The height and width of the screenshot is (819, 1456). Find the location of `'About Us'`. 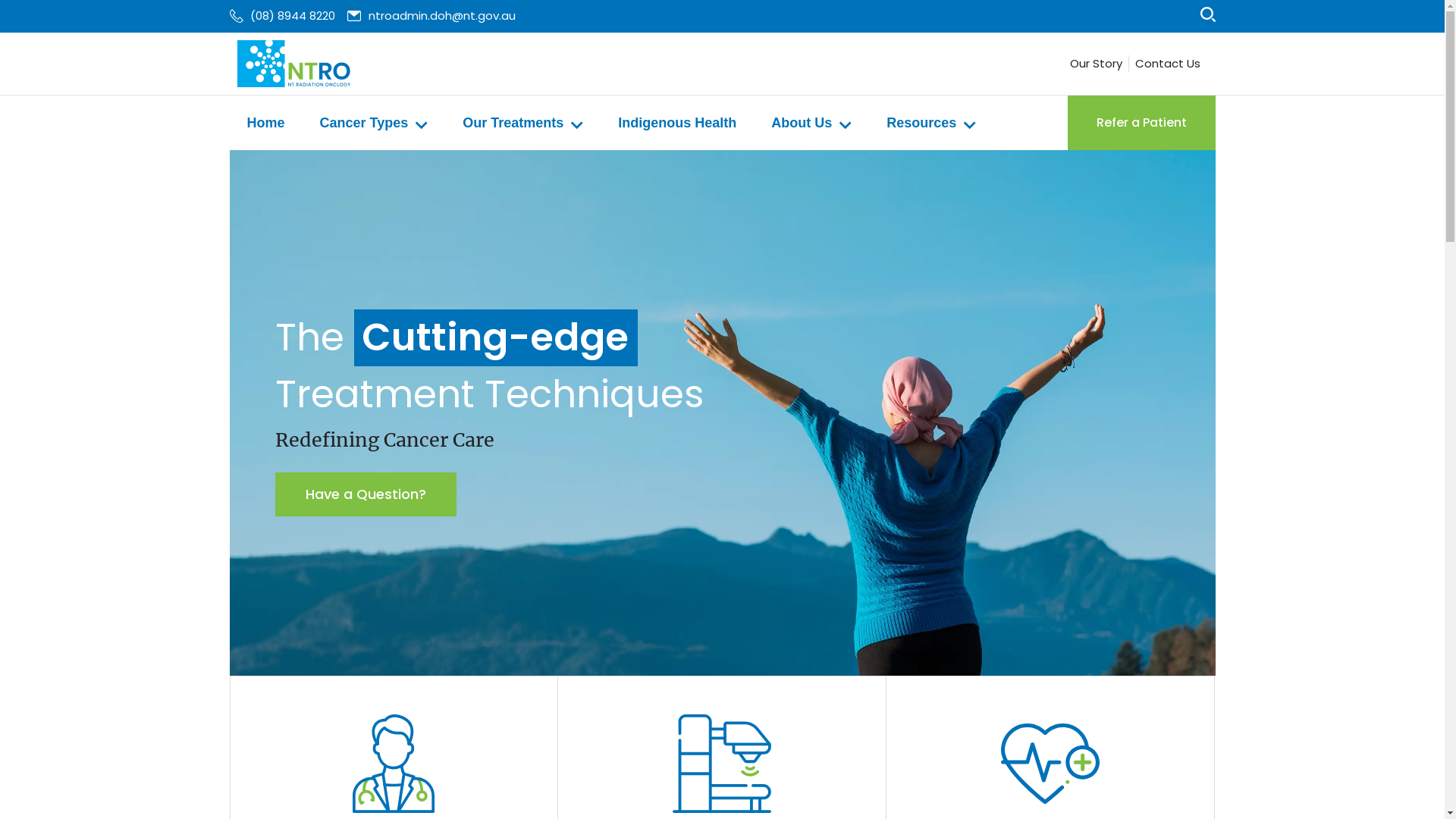

'About Us' is located at coordinates (811, 122).